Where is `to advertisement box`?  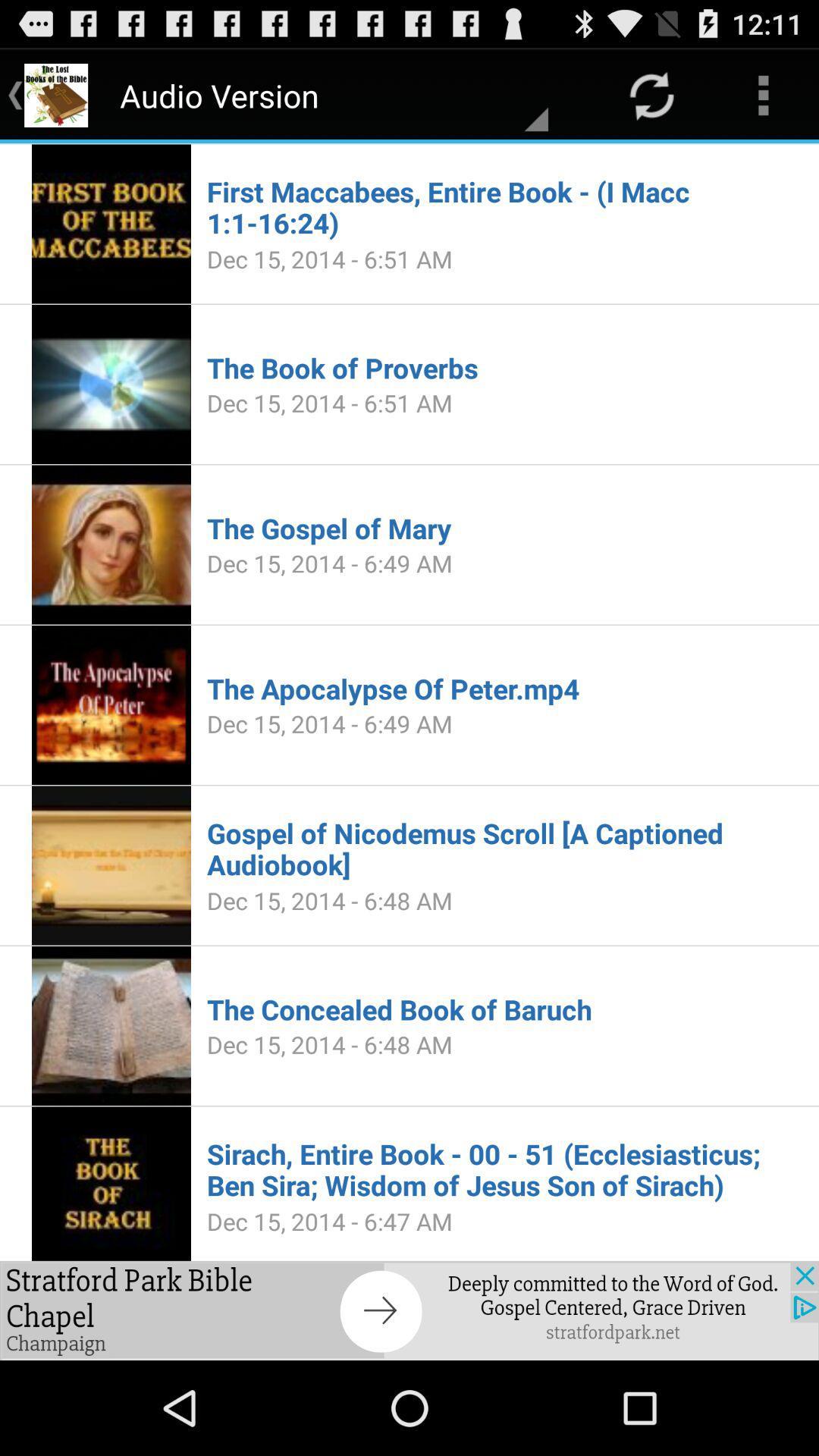
to advertisement box is located at coordinates (409, 1310).